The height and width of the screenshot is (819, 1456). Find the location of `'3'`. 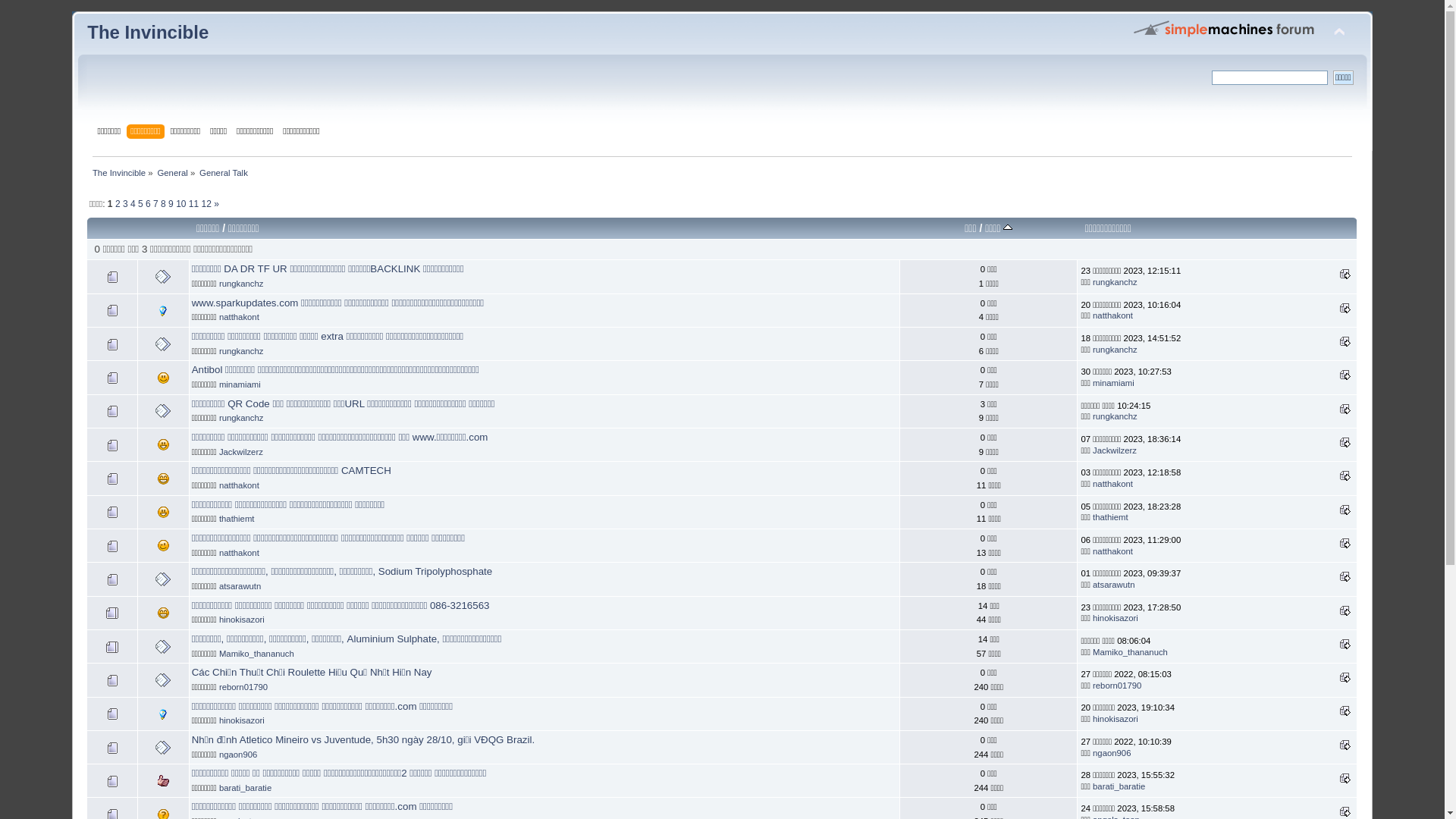

'3' is located at coordinates (125, 203).